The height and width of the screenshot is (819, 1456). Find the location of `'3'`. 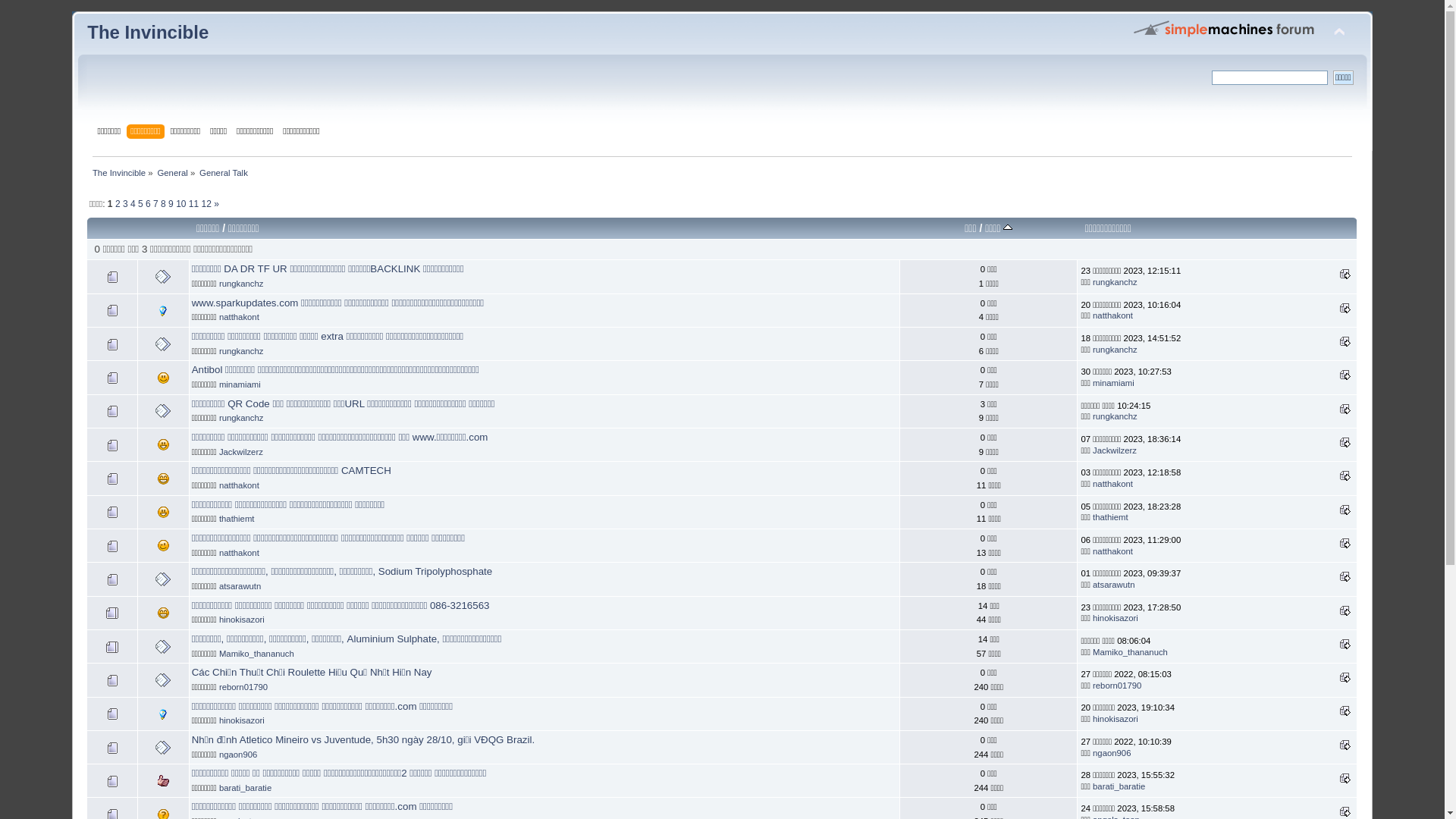

'3' is located at coordinates (125, 203).